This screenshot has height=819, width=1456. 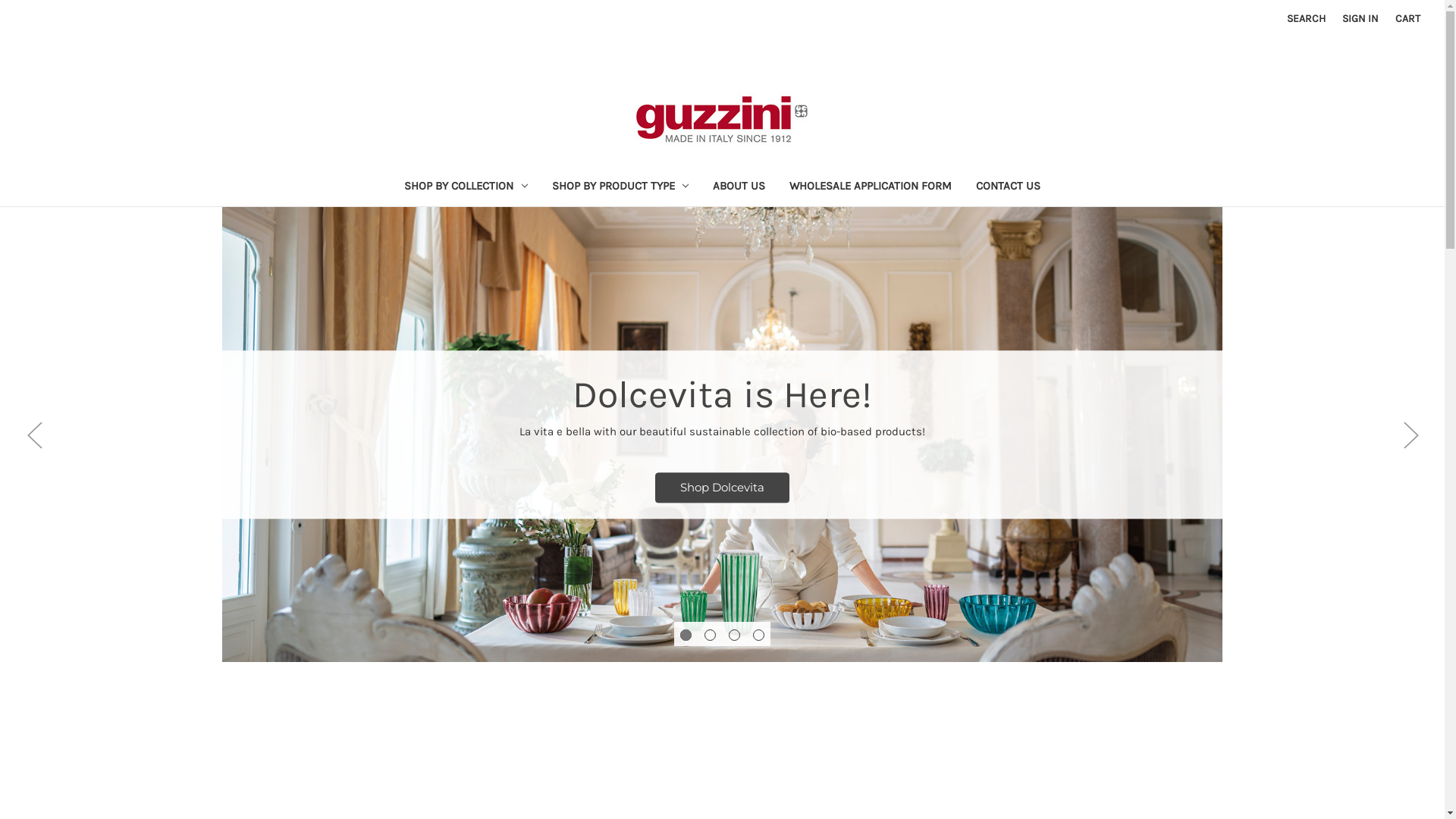 I want to click on 'CONTACT US', so click(x=1008, y=187).